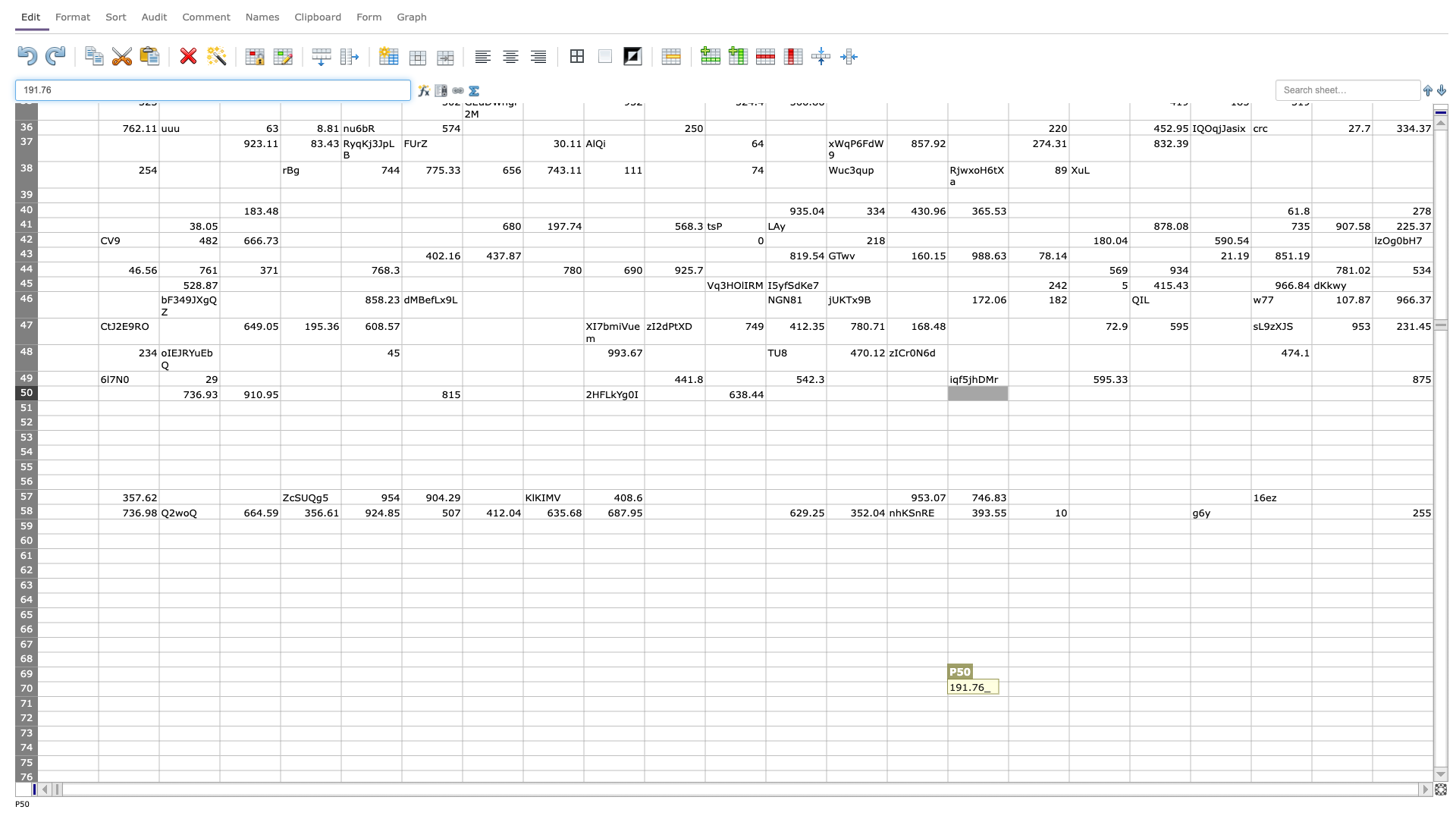 The image size is (1456, 819). I want to click on bottom right corner of R70, so click(1129, 696).